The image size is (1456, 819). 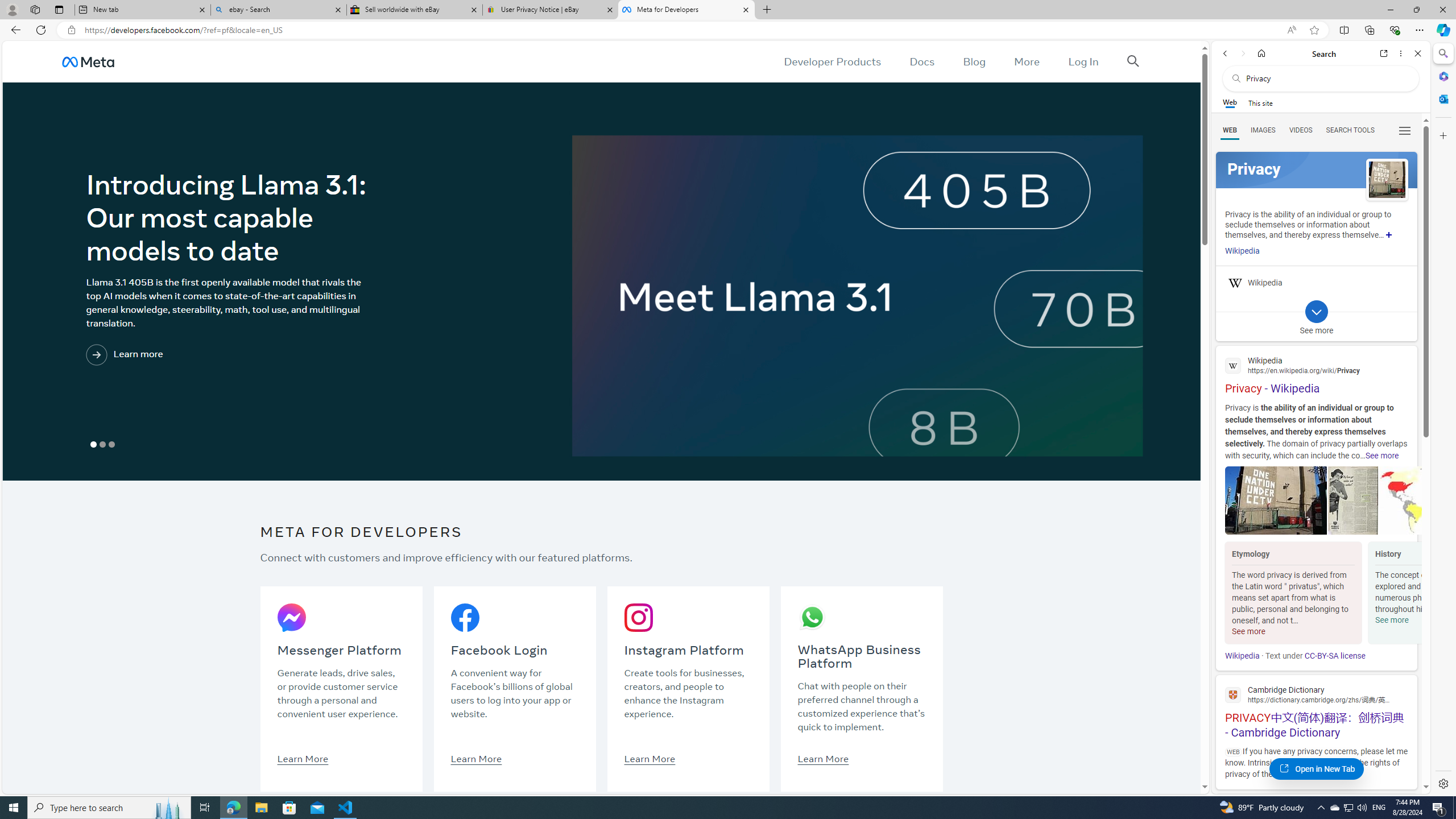 I want to click on 'Web scope', so click(x=1230, y=102).